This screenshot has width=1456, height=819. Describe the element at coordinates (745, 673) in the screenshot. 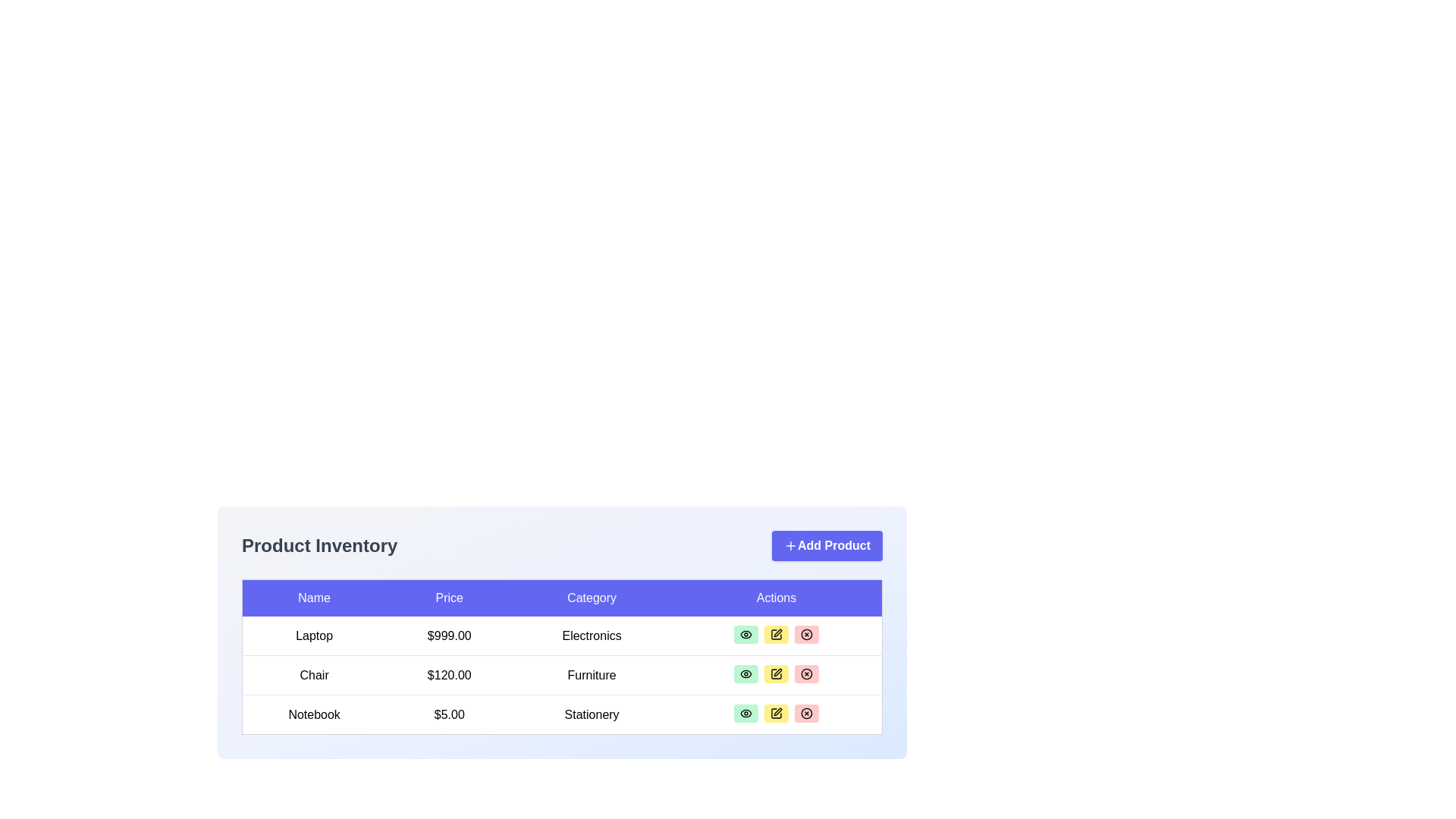

I see `the first button in the 'Actions' column of the second row in the 'Product Inventory' table` at that location.